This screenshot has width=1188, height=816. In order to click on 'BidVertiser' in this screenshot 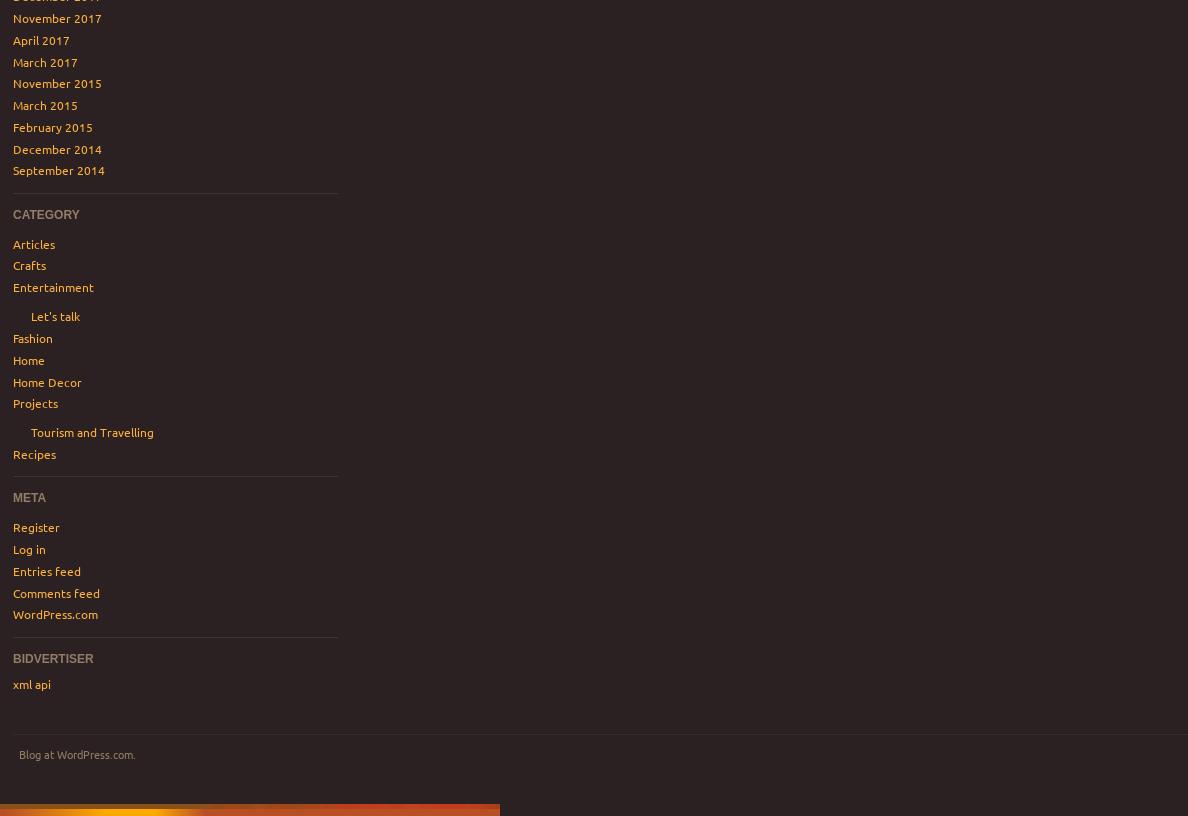, I will do `click(11, 657)`.